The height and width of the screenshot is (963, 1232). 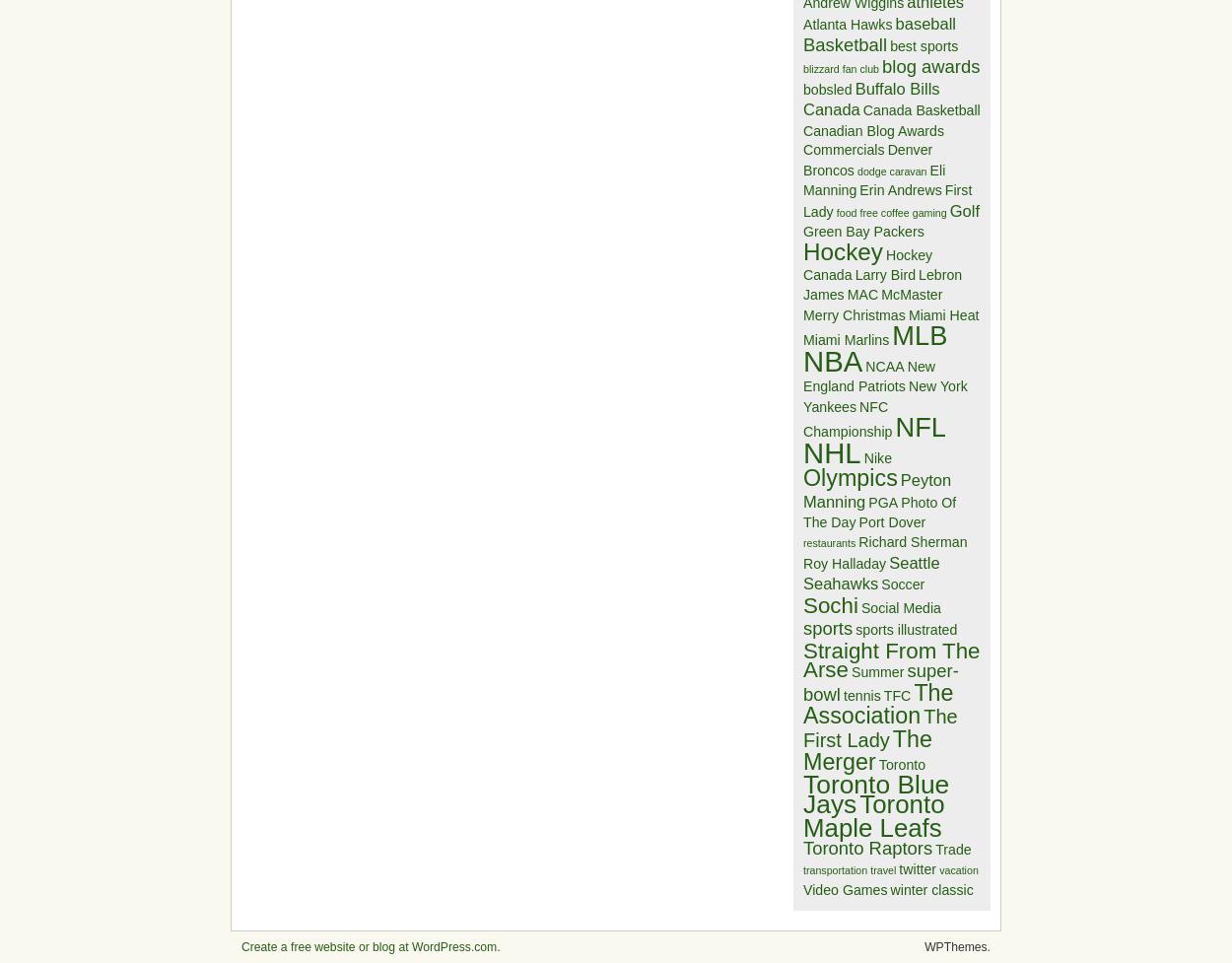 I want to click on 'Canada', so click(x=802, y=108).